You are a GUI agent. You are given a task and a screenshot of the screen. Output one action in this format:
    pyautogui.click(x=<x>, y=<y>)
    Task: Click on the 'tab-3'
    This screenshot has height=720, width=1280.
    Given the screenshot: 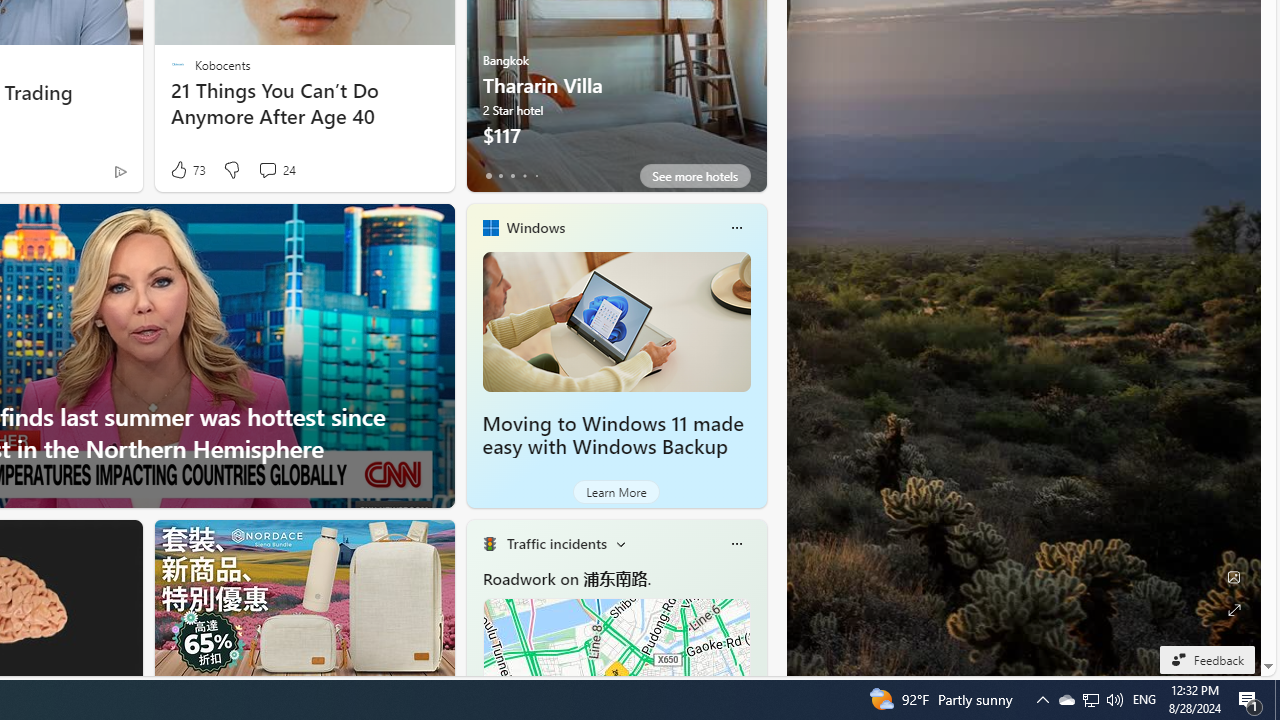 What is the action you would take?
    pyautogui.click(x=524, y=175)
    